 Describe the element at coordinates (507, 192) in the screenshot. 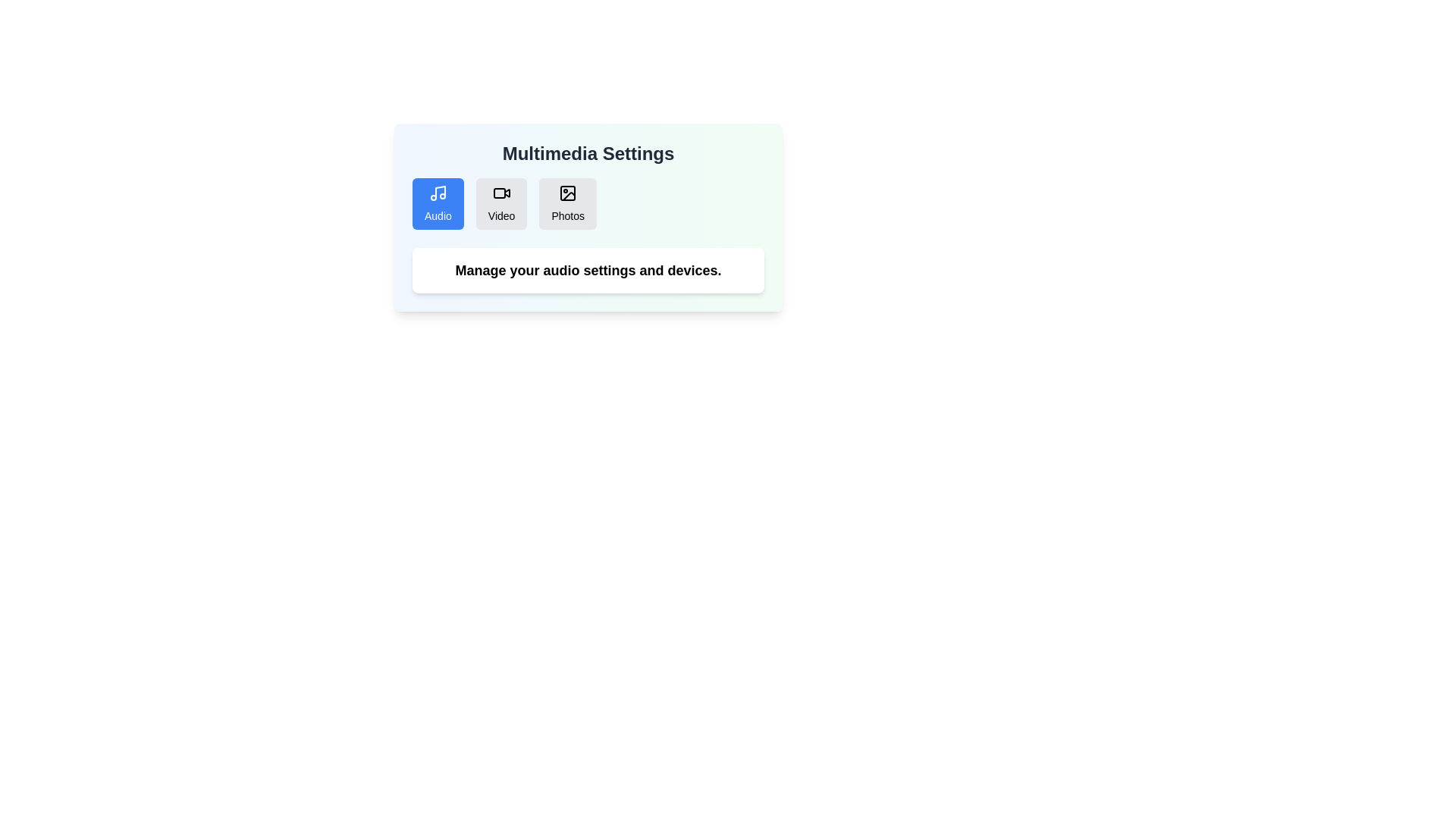

I see `the decorative part of the 'Video' icon, which is located inside the second button in the row of three above the text 'Manage your audio settings and devices'` at that location.